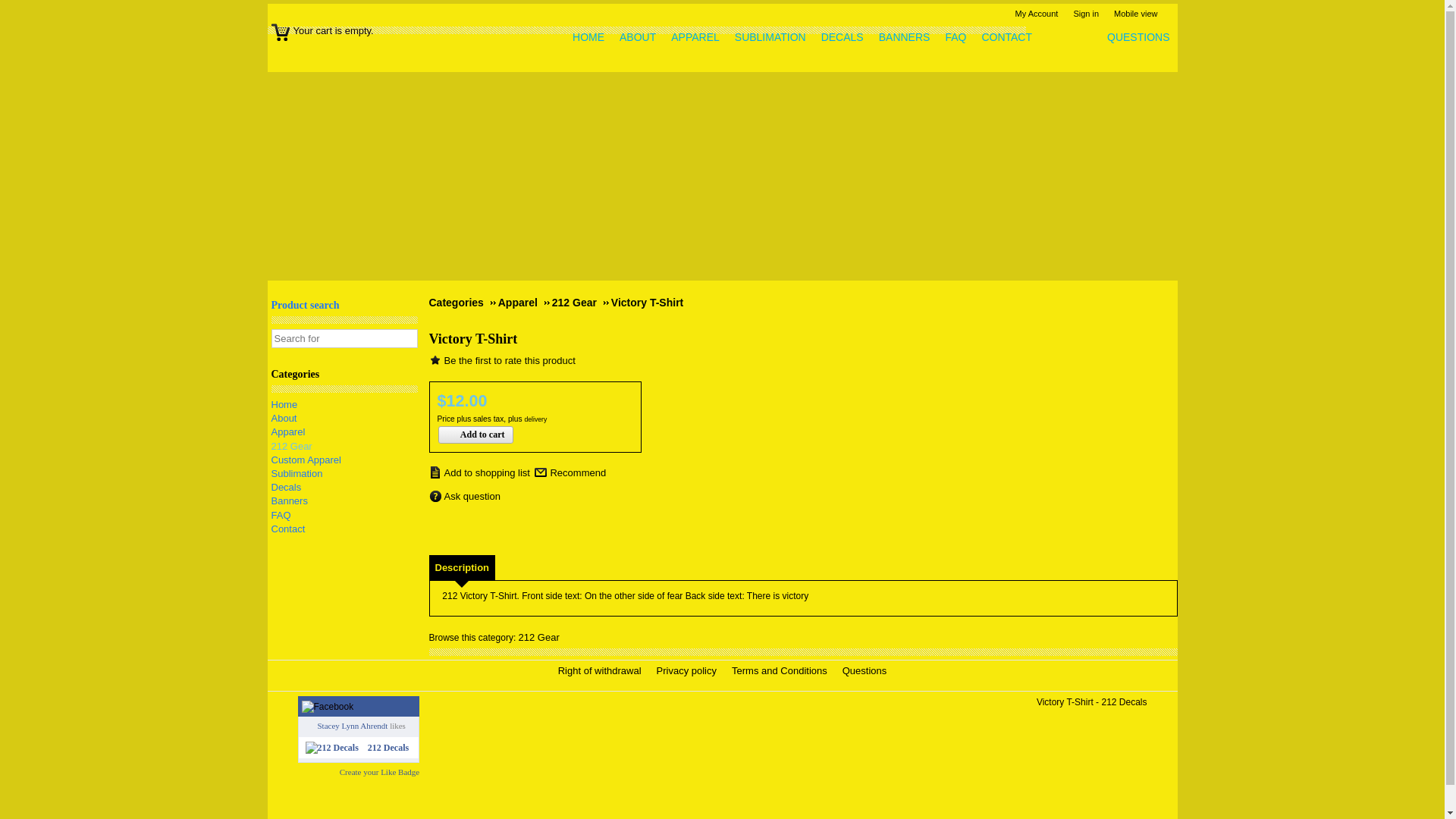  Describe the element at coordinates (579, 302) in the screenshot. I see `'212 Gear'` at that location.